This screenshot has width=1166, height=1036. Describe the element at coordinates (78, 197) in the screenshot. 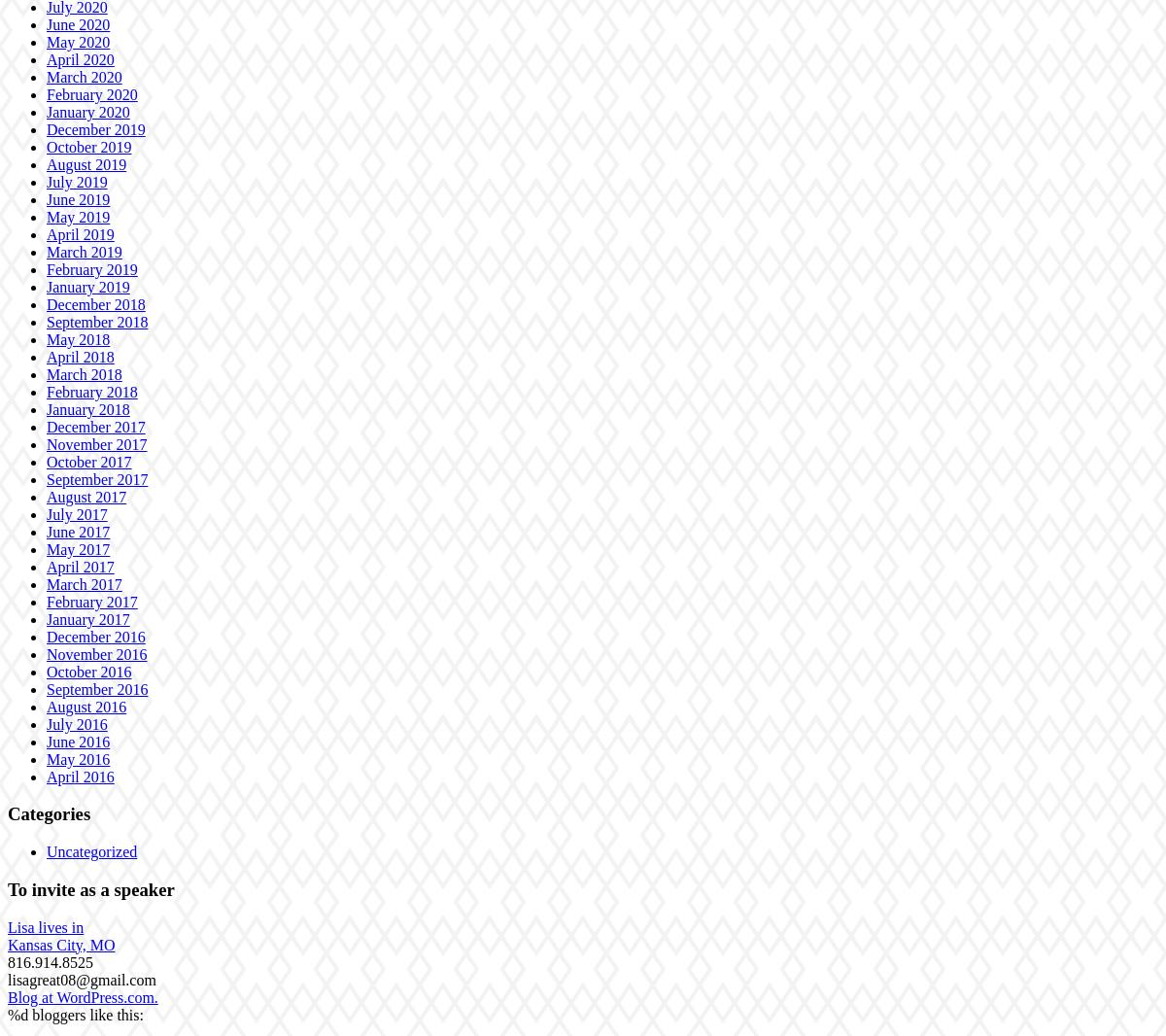

I see `'June 2019'` at that location.